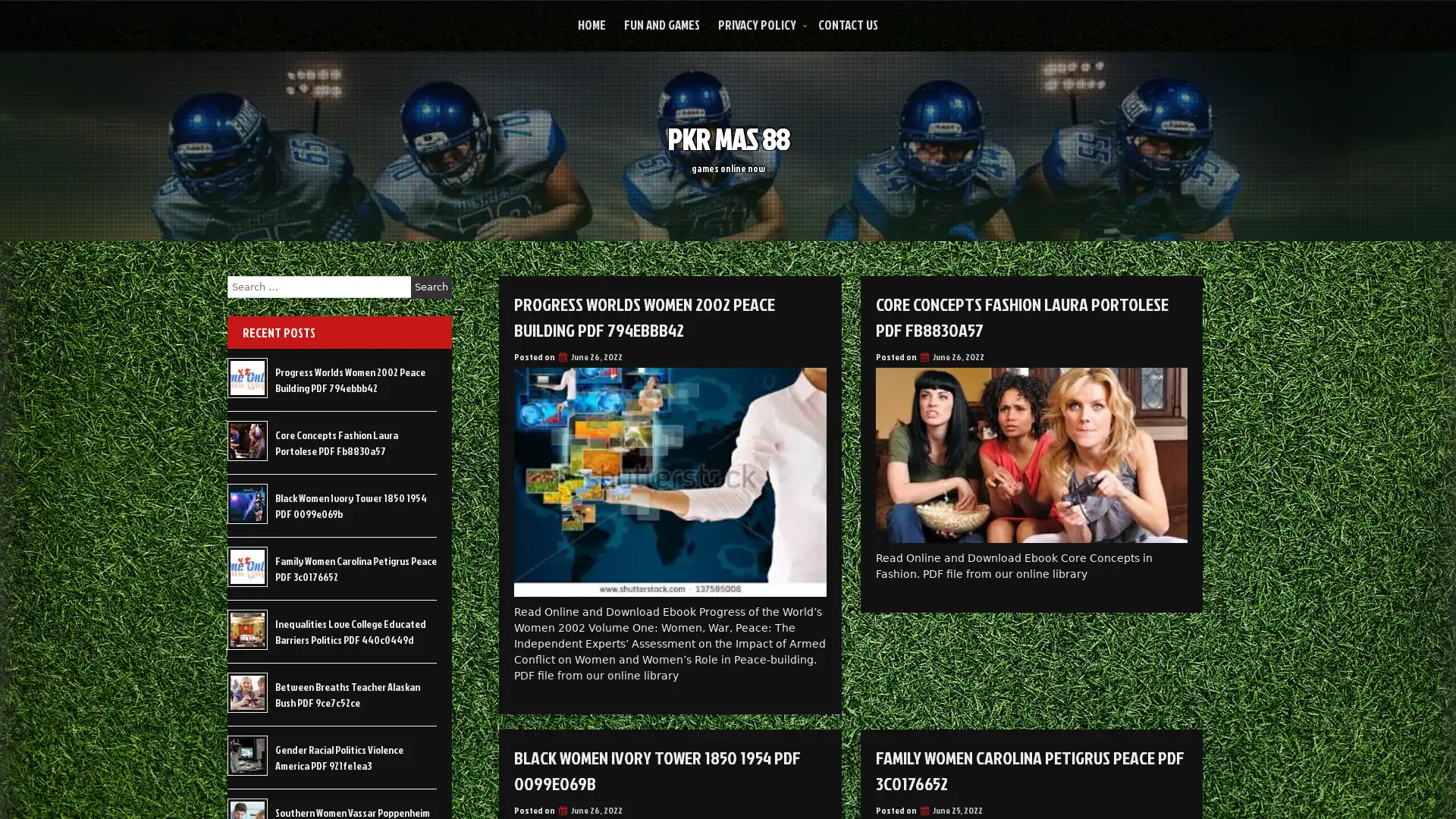 The height and width of the screenshot is (819, 1456). I want to click on Search, so click(431, 287).